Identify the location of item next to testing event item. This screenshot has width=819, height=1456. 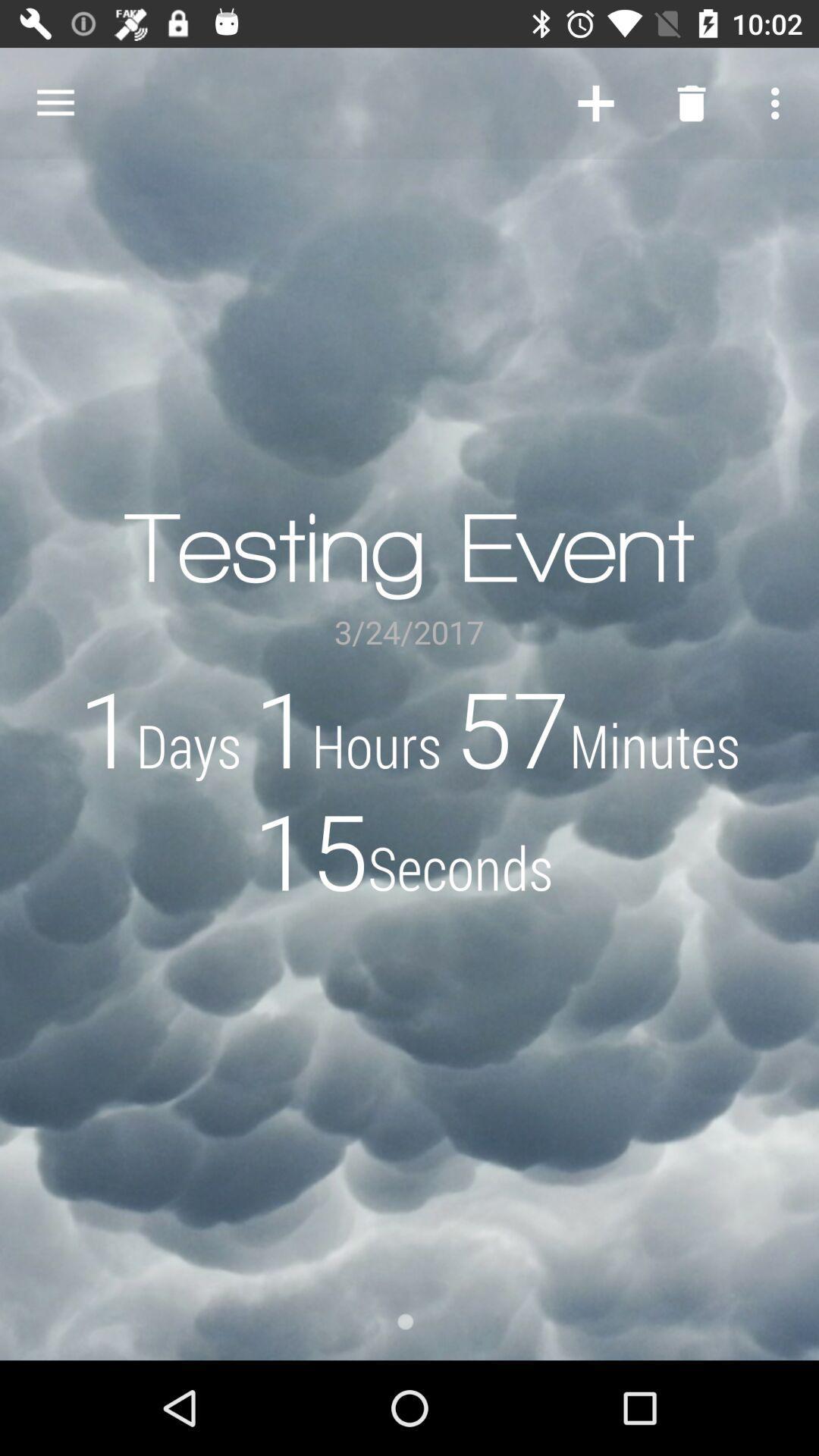
(595, 102).